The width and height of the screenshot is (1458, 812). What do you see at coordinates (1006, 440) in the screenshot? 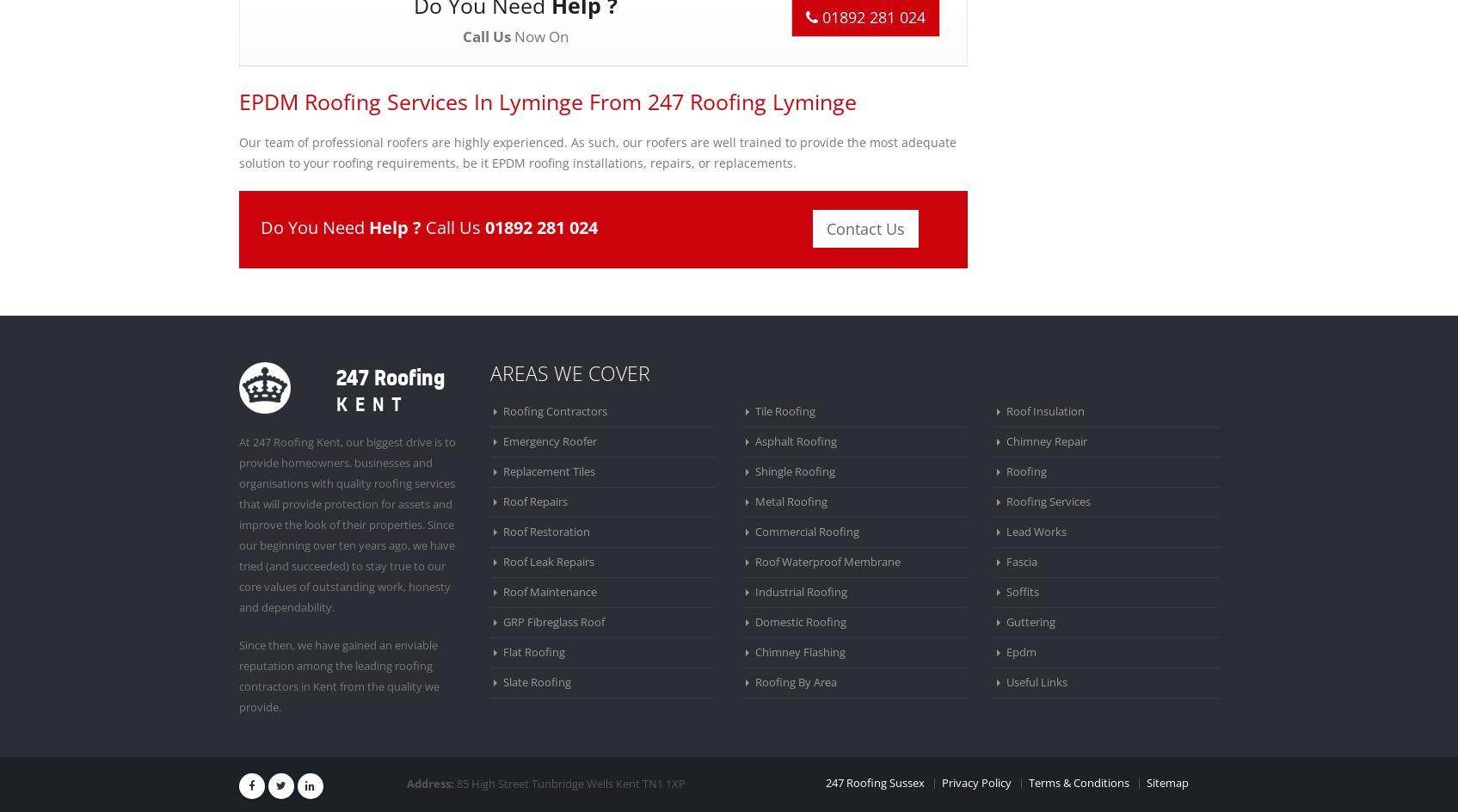
I see `'Chimney Repair'` at bounding box center [1006, 440].